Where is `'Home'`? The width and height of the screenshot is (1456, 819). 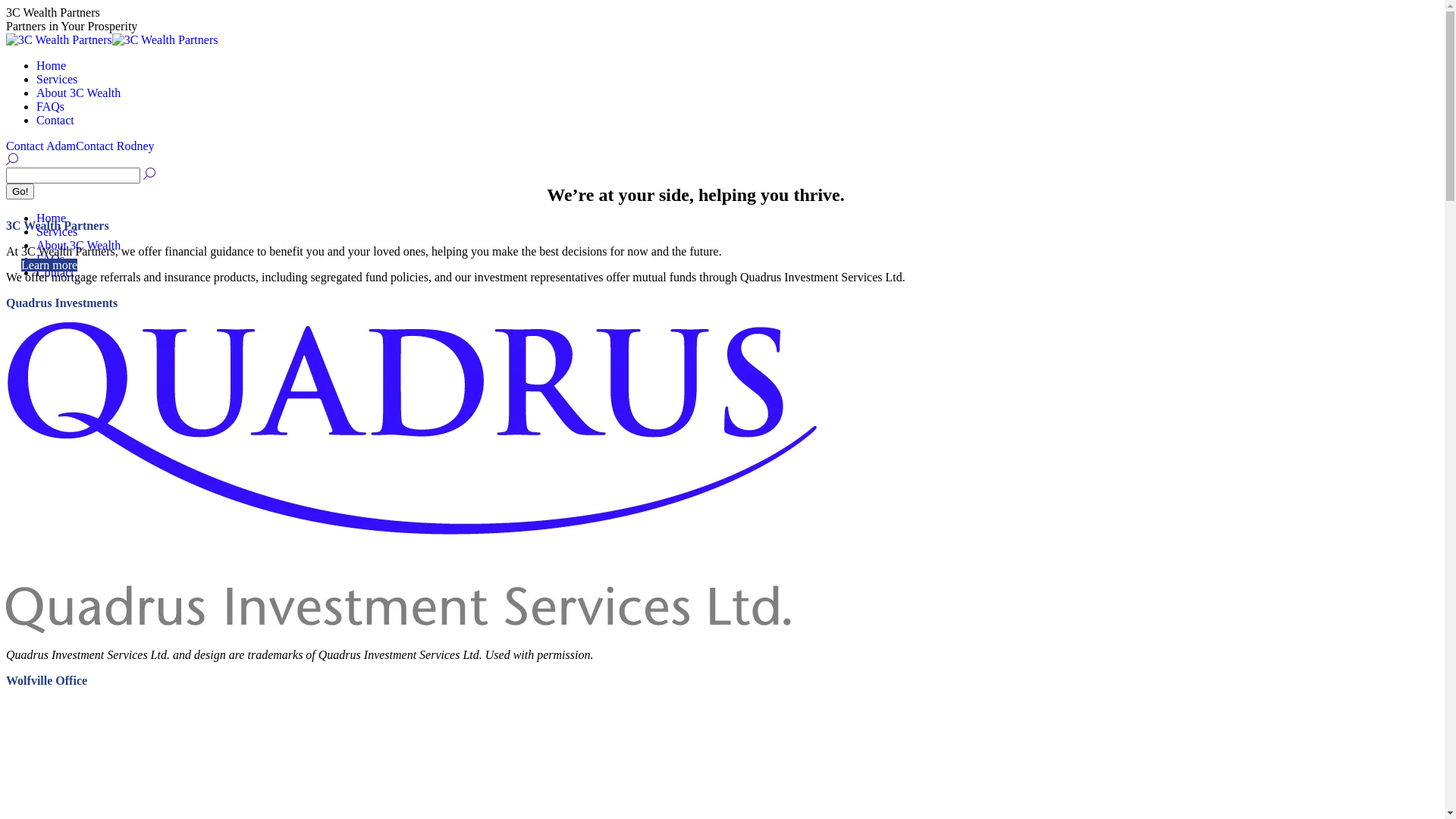
'Home' is located at coordinates (51, 218).